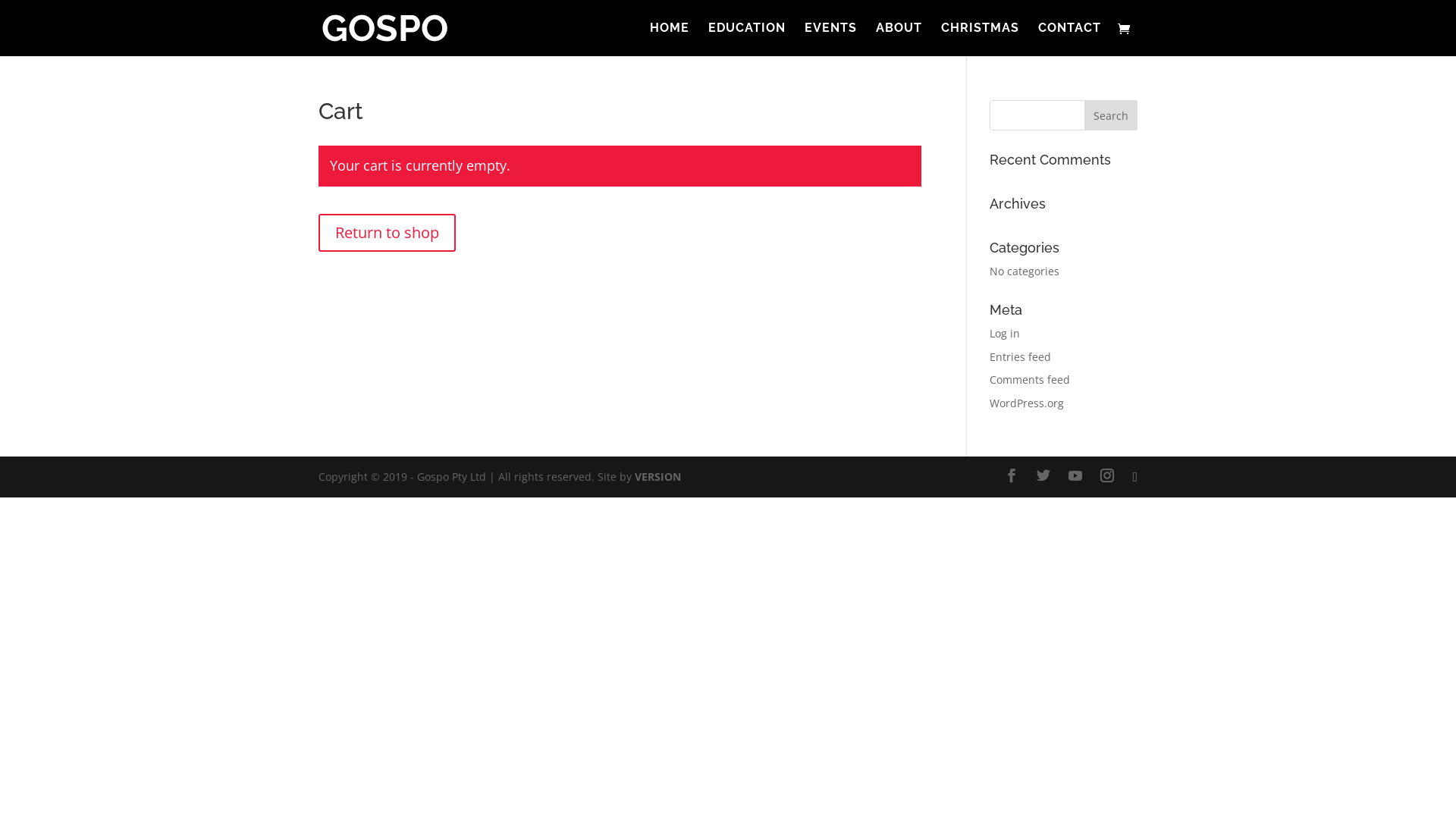  Describe the element at coordinates (1068, 38) in the screenshot. I see `'CONTACT'` at that location.